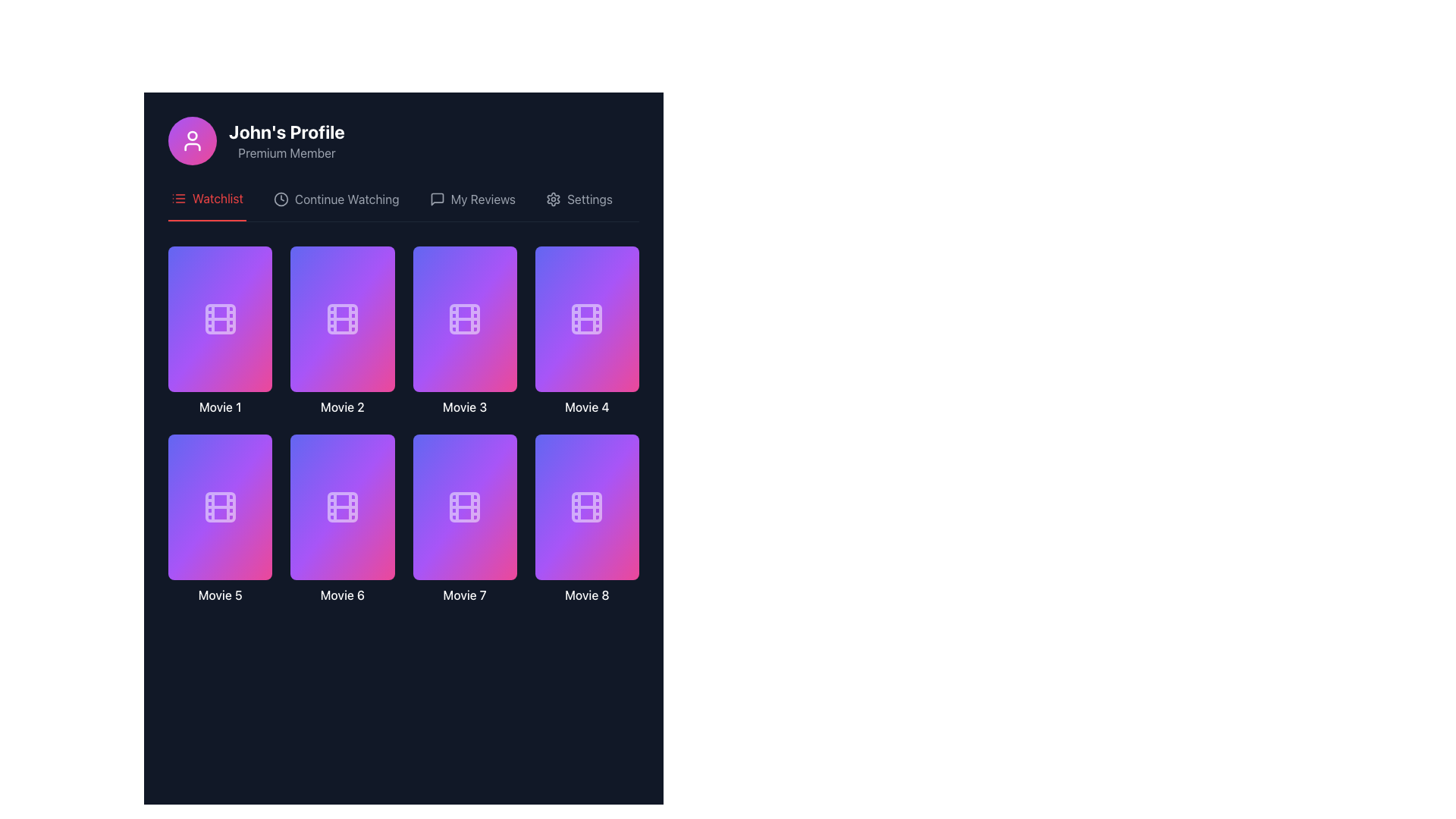  Describe the element at coordinates (586, 519) in the screenshot. I see `the 'Movie 8' card located in the bottom-right corner of the grid layout` at that location.